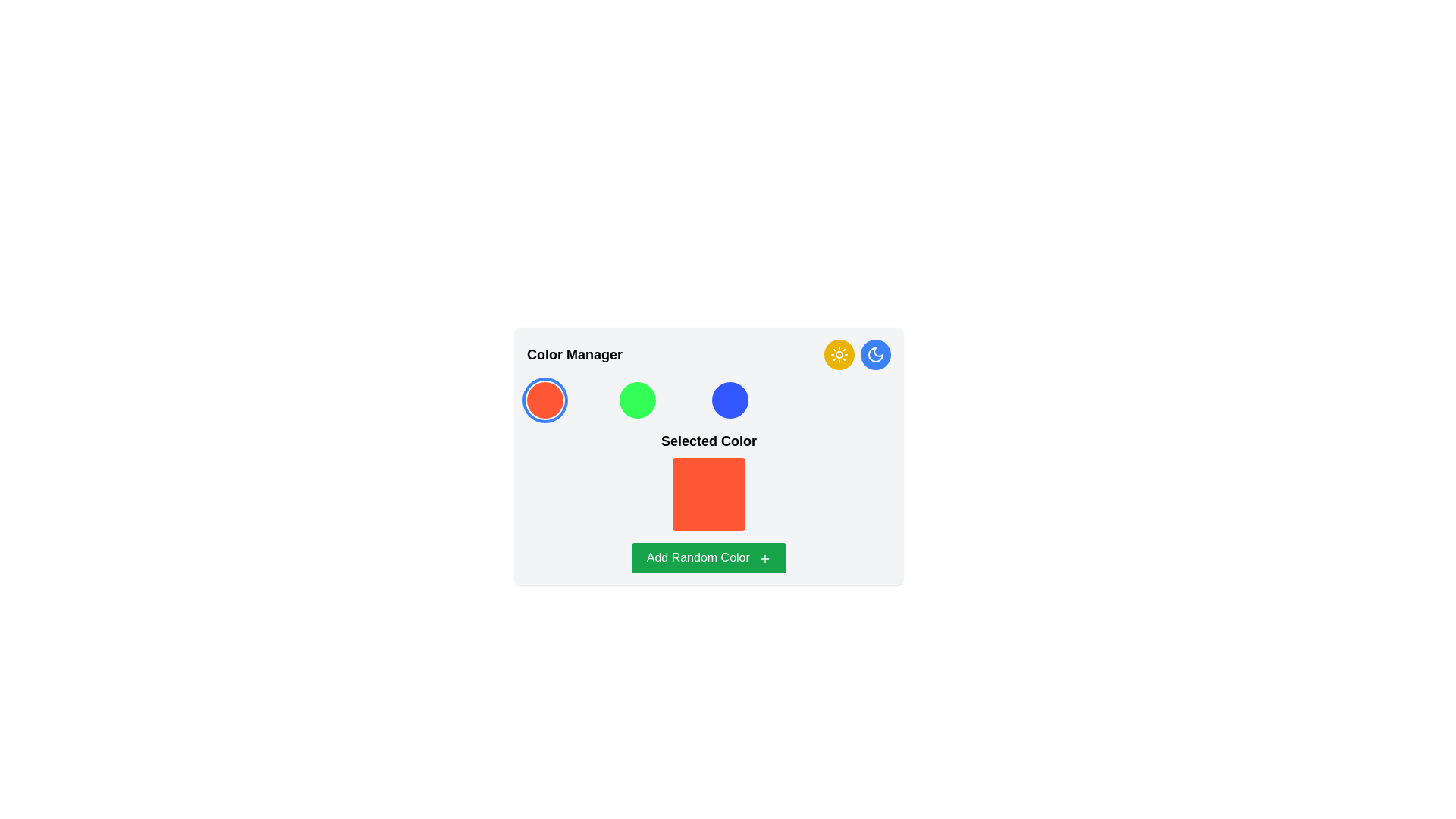  I want to click on the night mode toggle button located in the top-right corner of the interface, so click(876, 354).